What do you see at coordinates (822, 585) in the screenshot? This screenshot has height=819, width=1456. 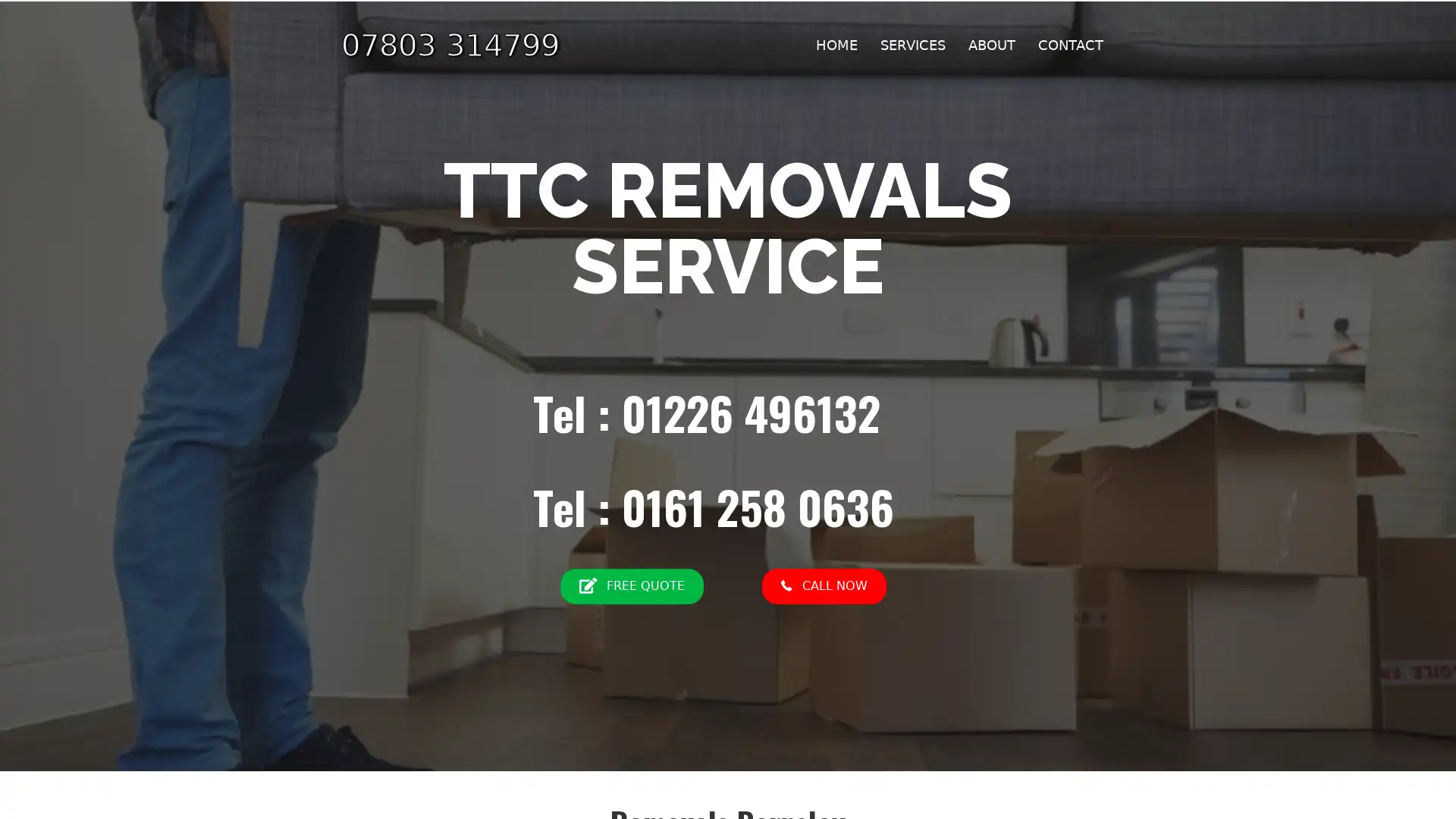 I see `CALL NOW` at bounding box center [822, 585].